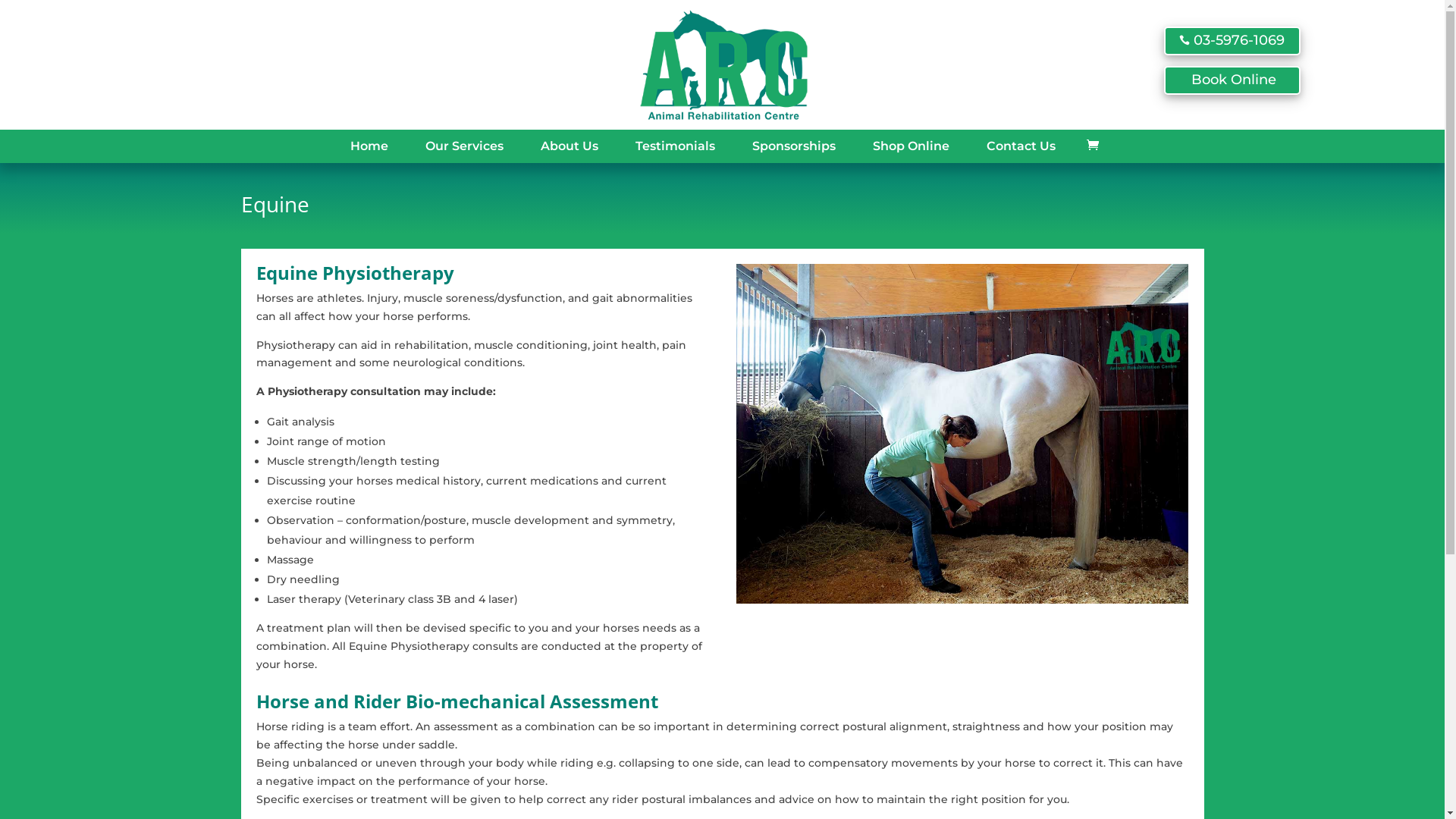 This screenshot has width=1456, height=819. Describe the element at coordinates (529, 146) in the screenshot. I see `'About Us'` at that location.